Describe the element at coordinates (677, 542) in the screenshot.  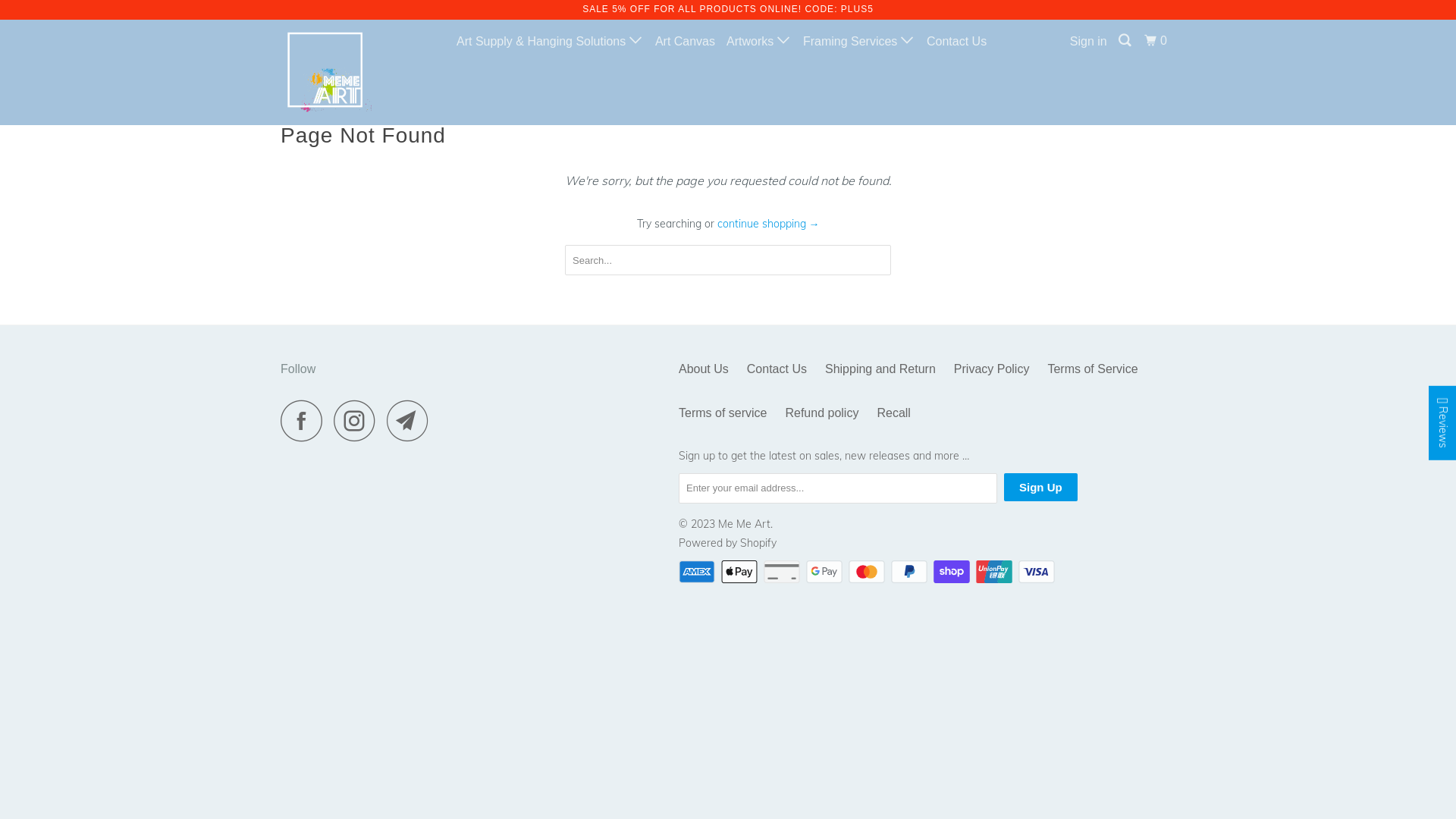
I see `'Powered by Shopify'` at that location.